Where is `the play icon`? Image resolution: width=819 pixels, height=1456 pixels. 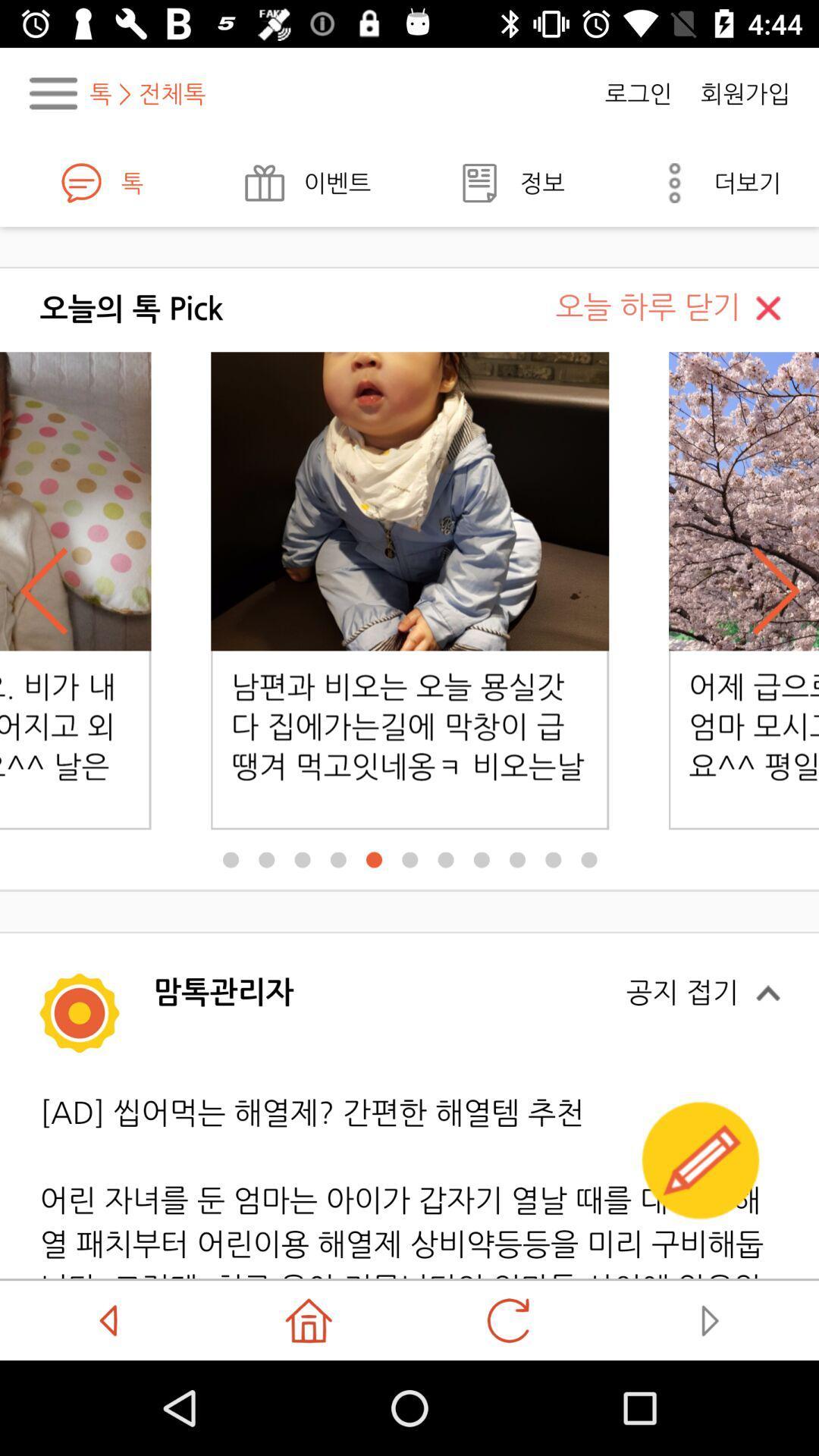 the play icon is located at coordinates (710, 1319).